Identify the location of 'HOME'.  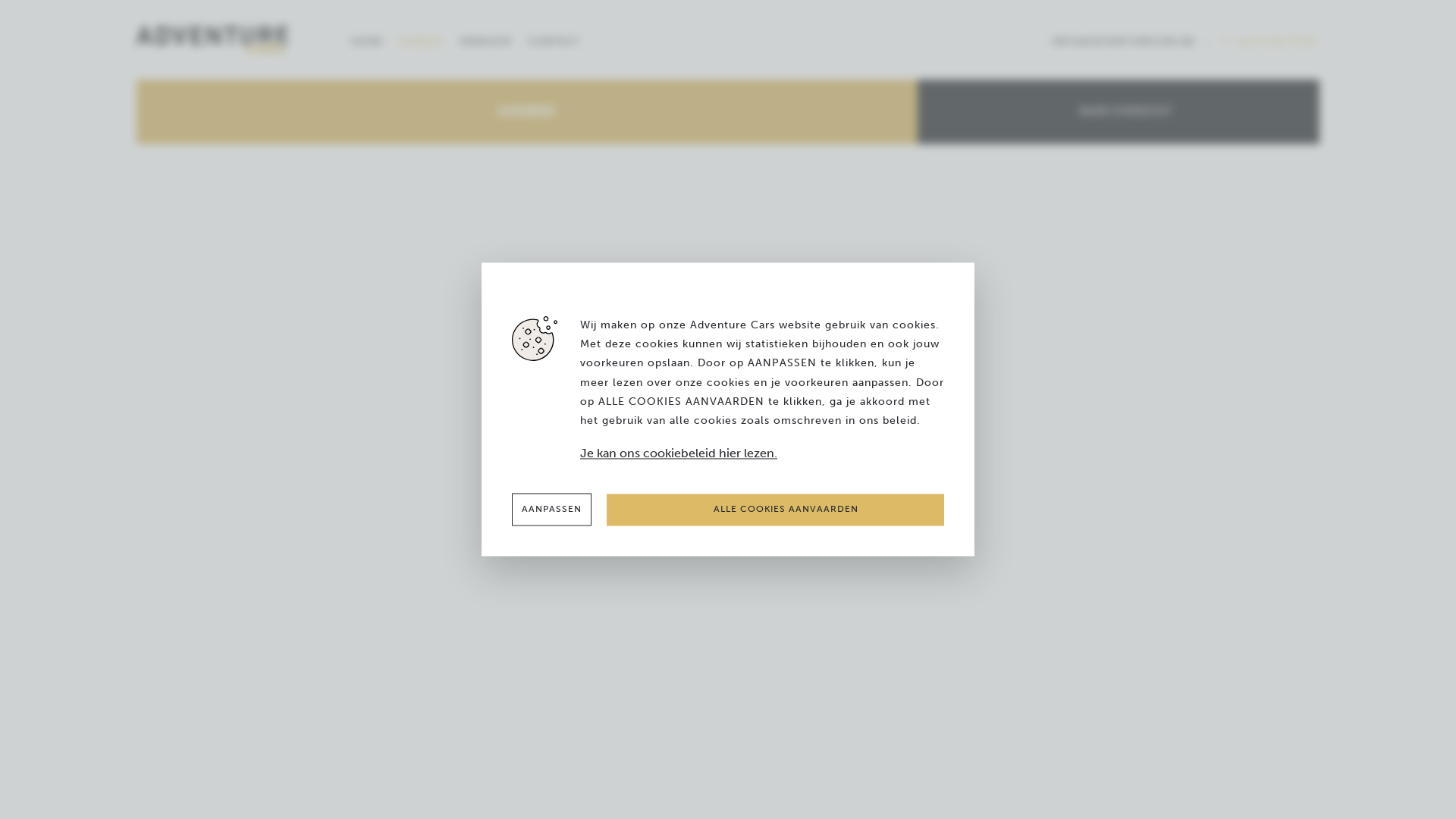
(349, 39).